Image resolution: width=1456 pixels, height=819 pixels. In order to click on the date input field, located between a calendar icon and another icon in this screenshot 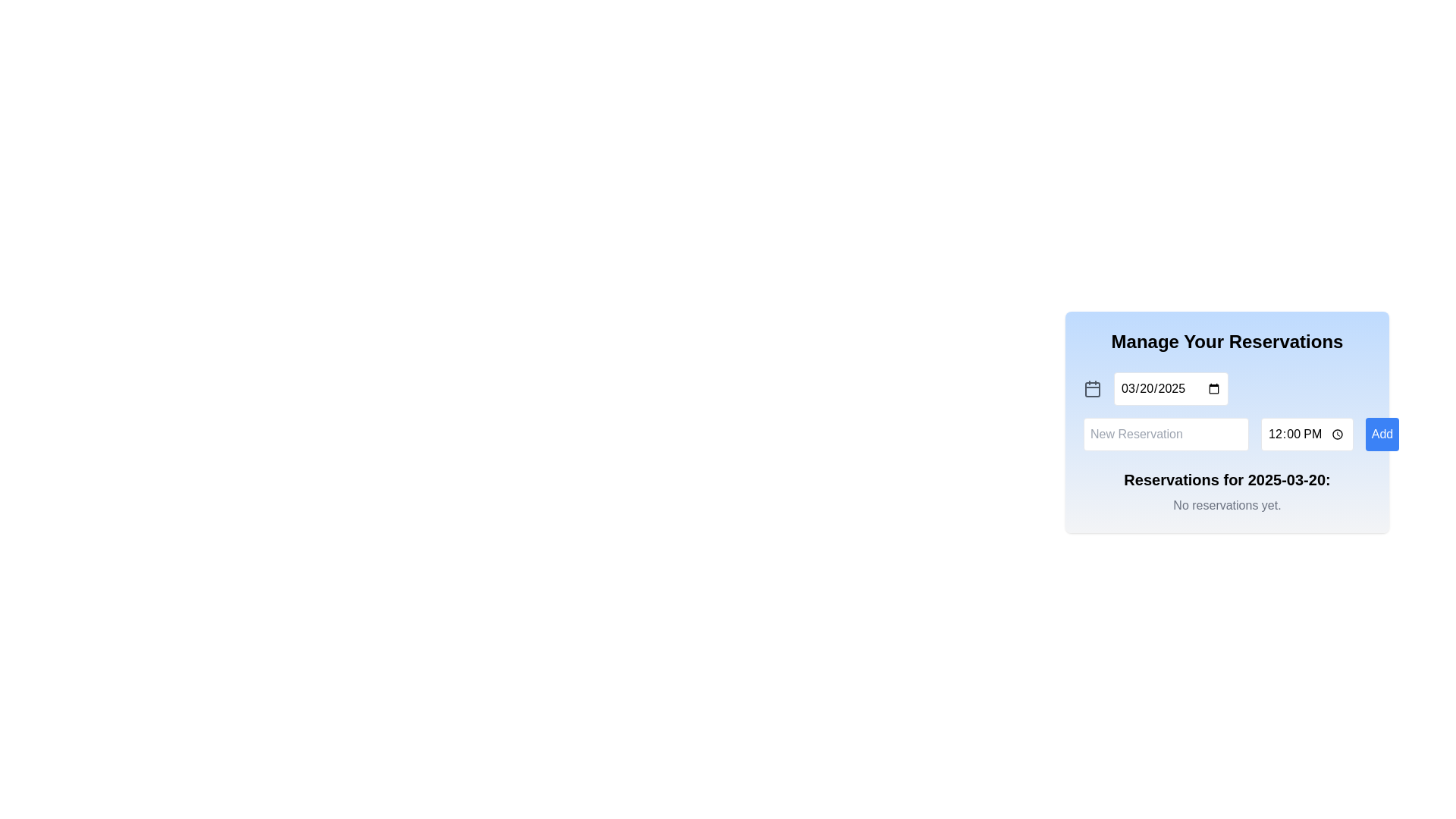, I will do `click(1170, 388)`.